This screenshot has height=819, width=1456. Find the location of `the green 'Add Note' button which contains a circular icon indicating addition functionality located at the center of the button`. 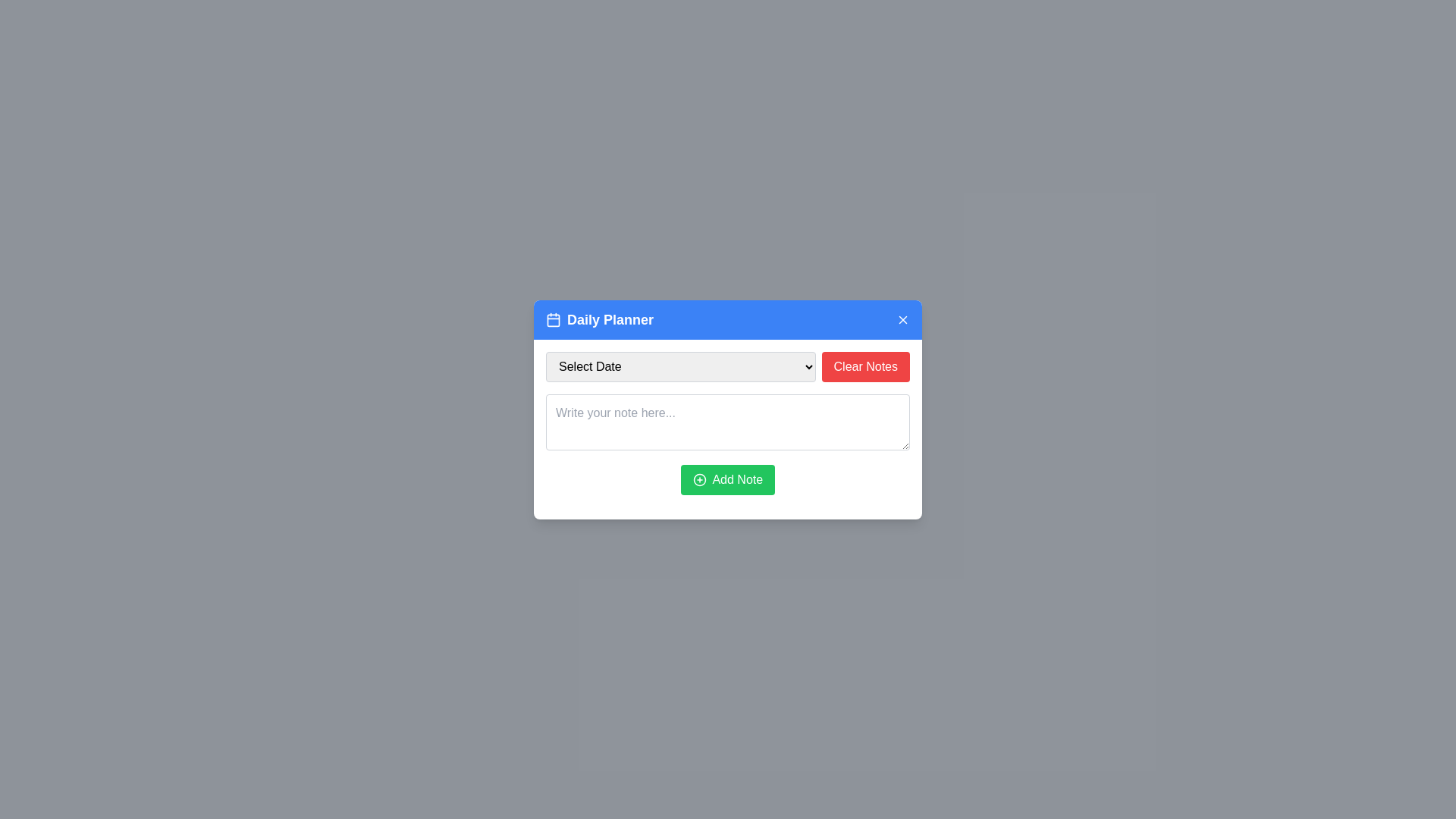

the green 'Add Note' button which contains a circular icon indicating addition functionality located at the center of the button is located at coordinates (698, 480).